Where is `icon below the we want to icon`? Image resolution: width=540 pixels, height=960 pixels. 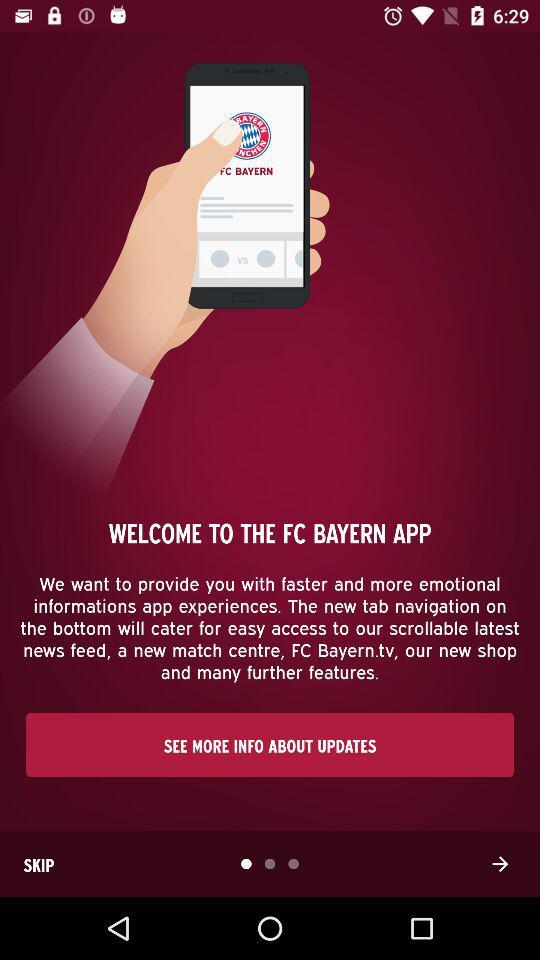
icon below the we want to icon is located at coordinates (270, 743).